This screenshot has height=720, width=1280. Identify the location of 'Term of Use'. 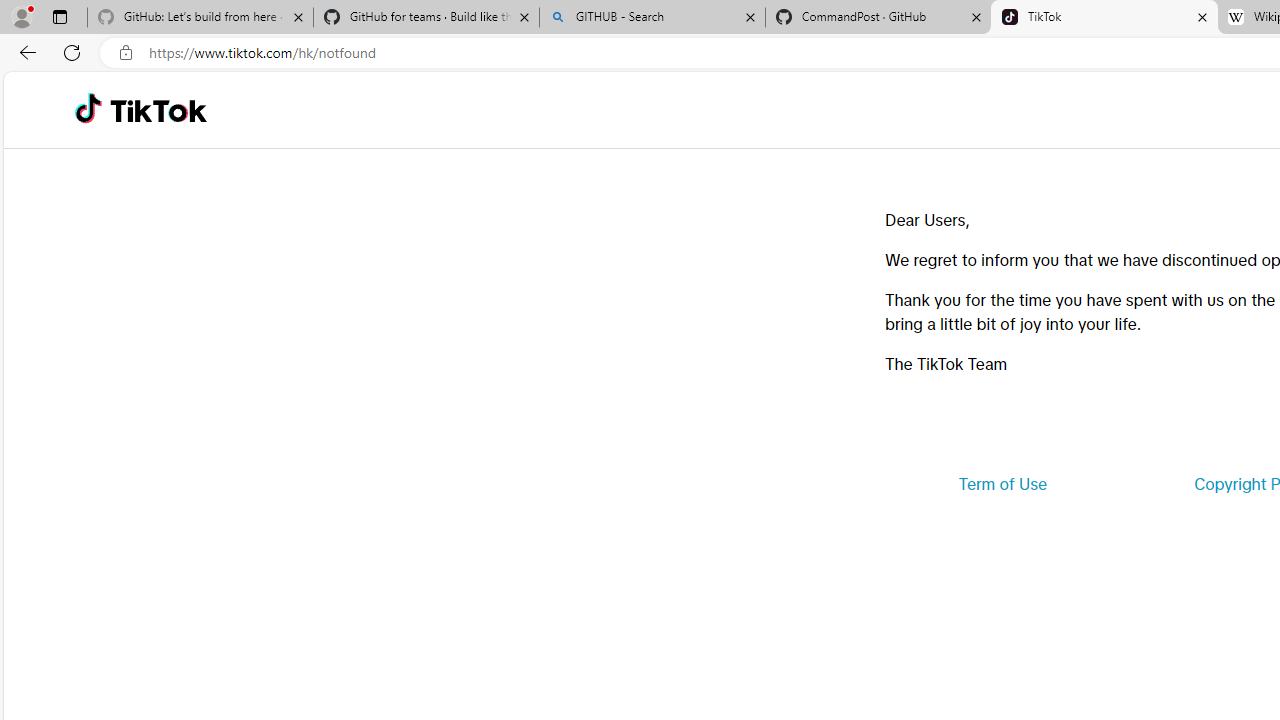
(1002, 484).